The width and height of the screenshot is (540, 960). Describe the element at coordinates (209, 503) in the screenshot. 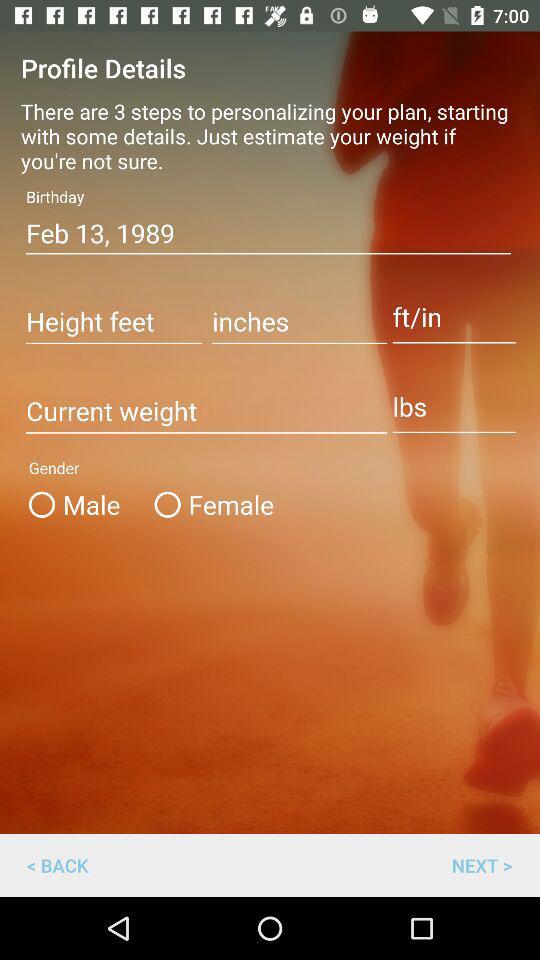

I see `female icon` at that location.